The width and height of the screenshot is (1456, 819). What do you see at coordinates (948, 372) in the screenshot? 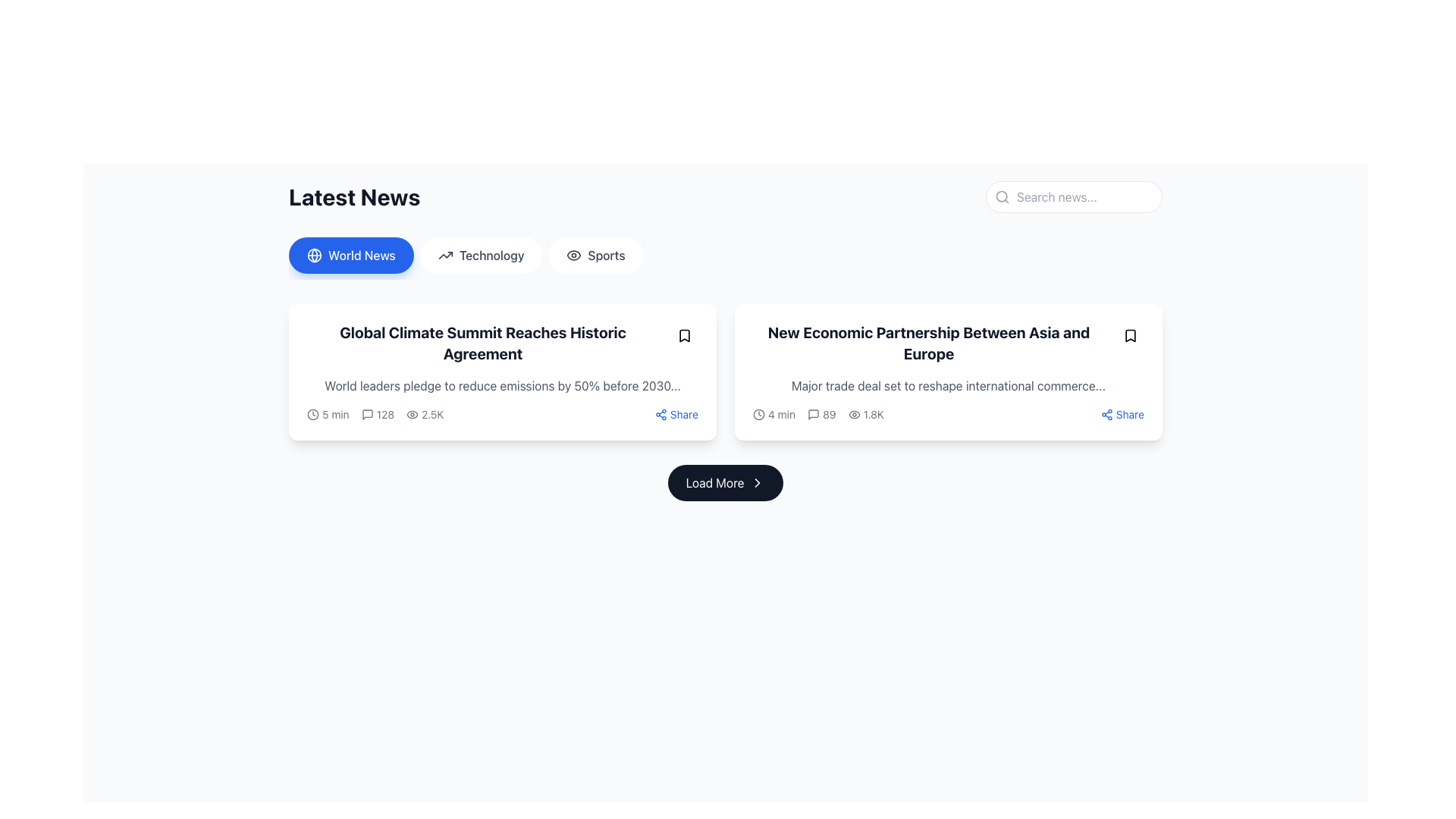
I see `the news article summary card displayed in the second column of the grid layout` at bounding box center [948, 372].